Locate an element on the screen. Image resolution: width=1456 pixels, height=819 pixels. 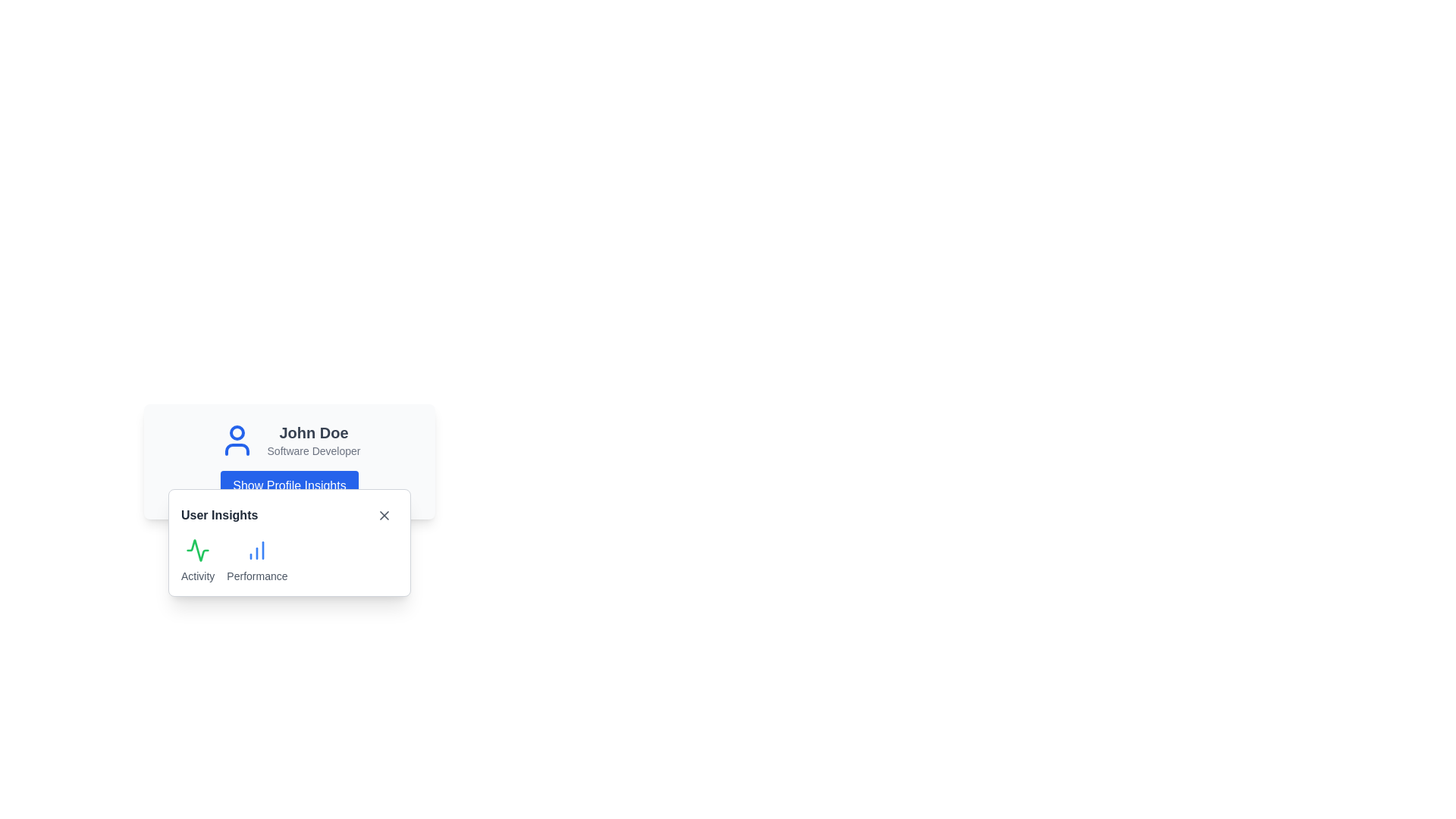
the second text label in the 'User Insights' popup window, located below the graphical chart icon with increasing bars, which serves as a descriptor for the associated information is located at coordinates (257, 576).